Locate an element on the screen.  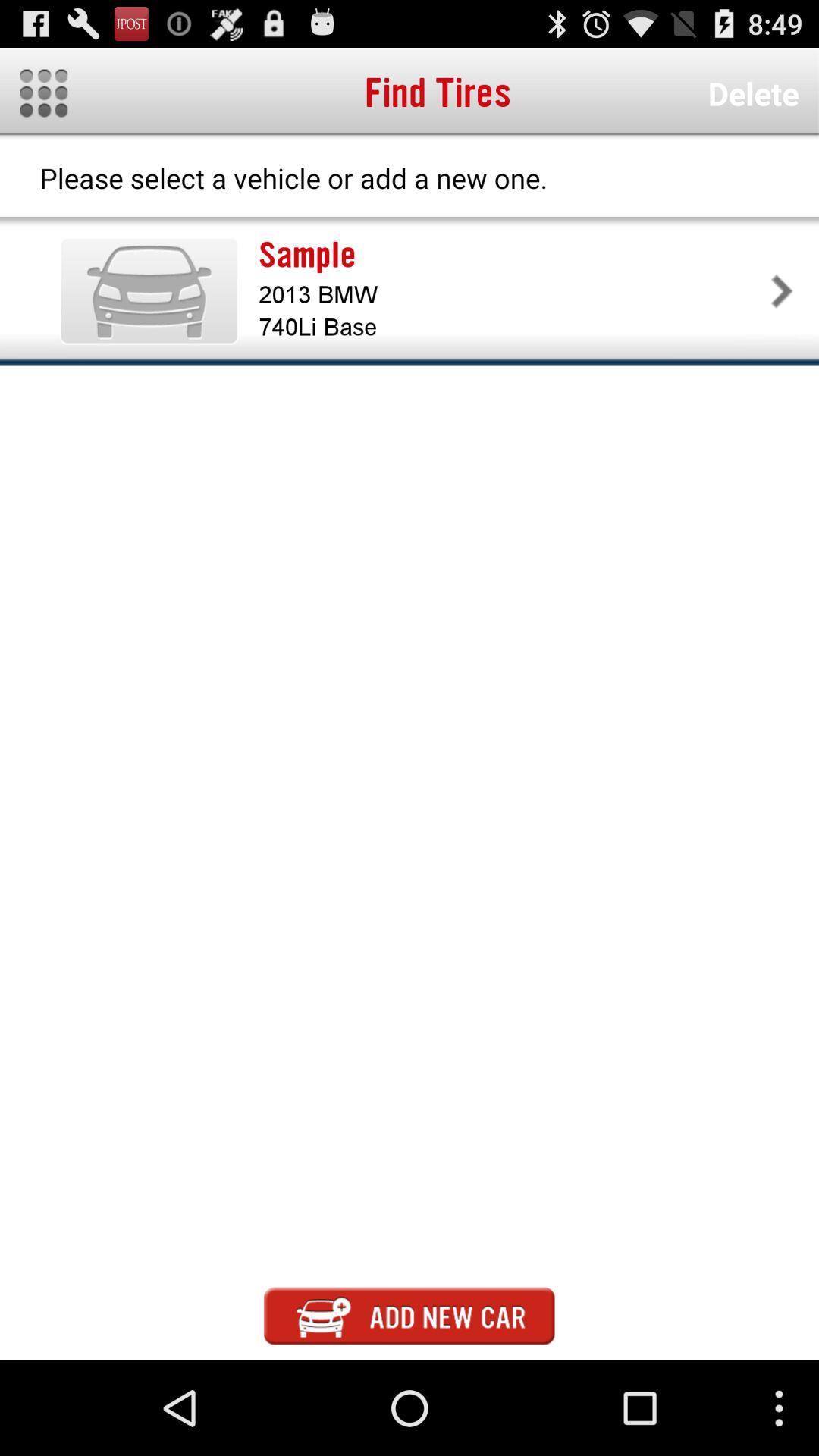
the icon above the sample item is located at coordinates (753, 93).